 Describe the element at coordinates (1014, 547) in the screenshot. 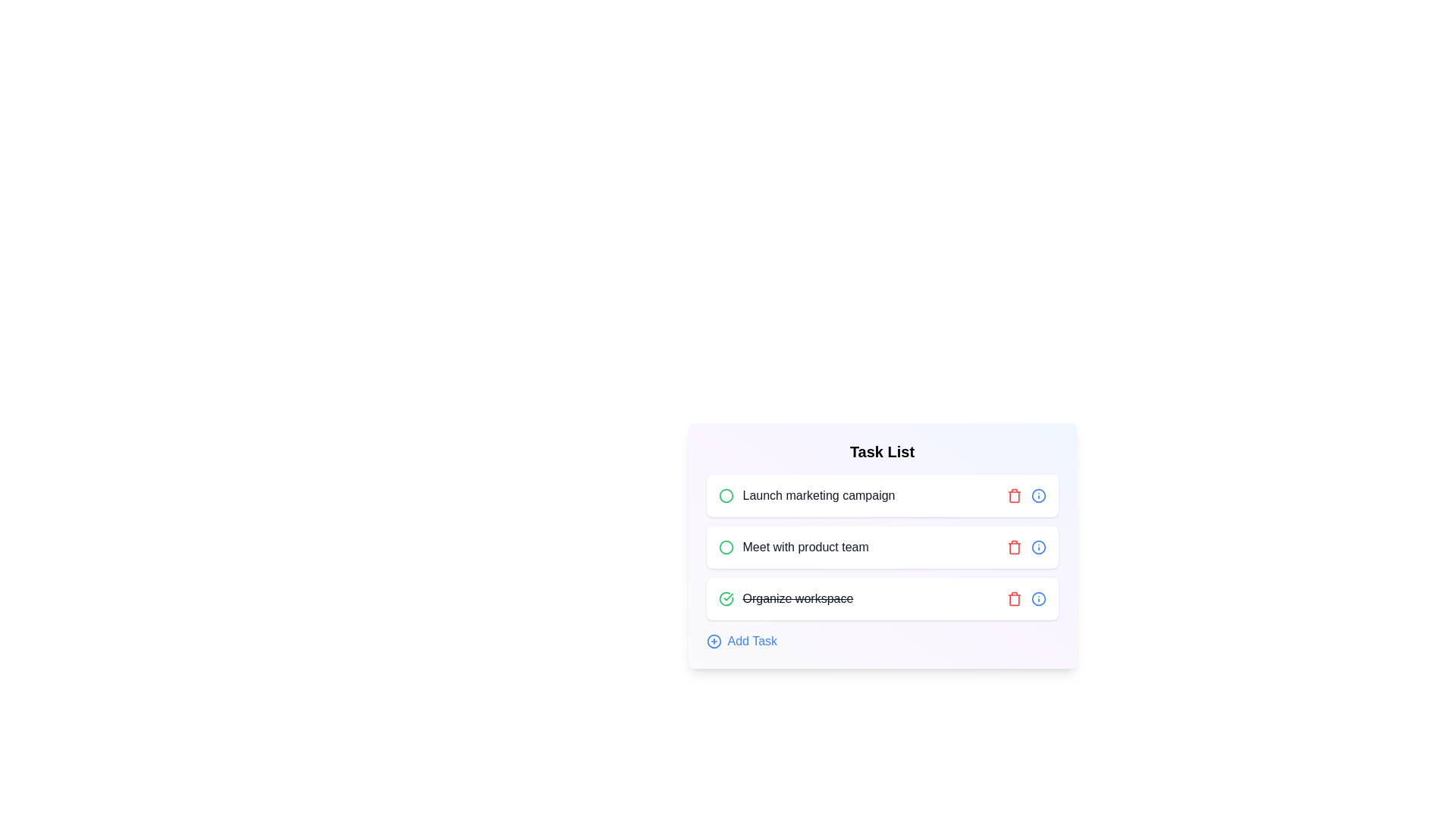

I see `the delete button of the task 'Meet with product team'` at that location.